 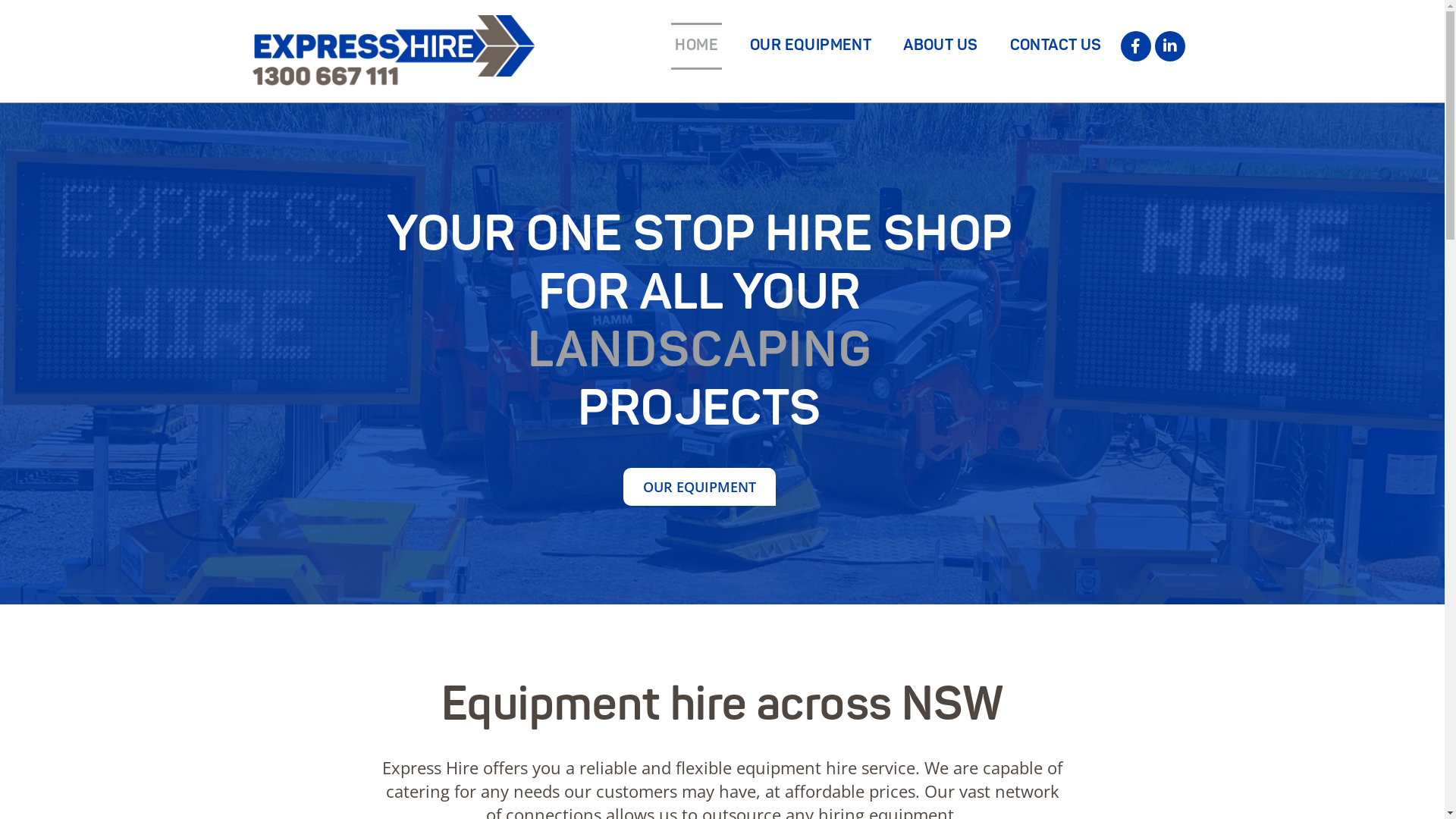 What do you see at coordinates (698, 486) in the screenshot?
I see `'OUR EQUIPMENT'` at bounding box center [698, 486].